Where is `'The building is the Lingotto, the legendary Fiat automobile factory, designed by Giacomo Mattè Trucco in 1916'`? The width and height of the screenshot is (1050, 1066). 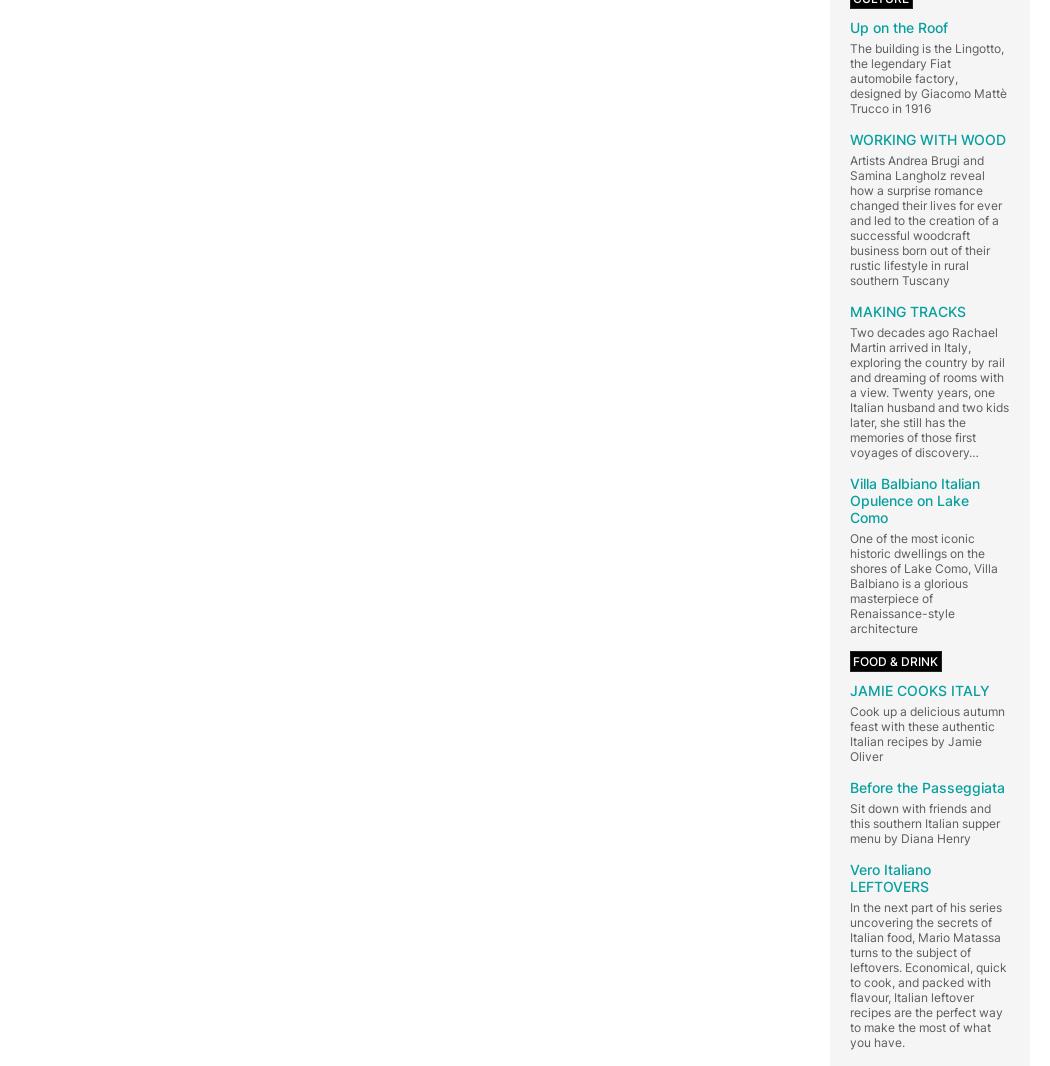 'The building is the Lingotto, the legendary Fiat automobile factory, designed by Giacomo Mattè Trucco in 1916' is located at coordinates (928, 76).